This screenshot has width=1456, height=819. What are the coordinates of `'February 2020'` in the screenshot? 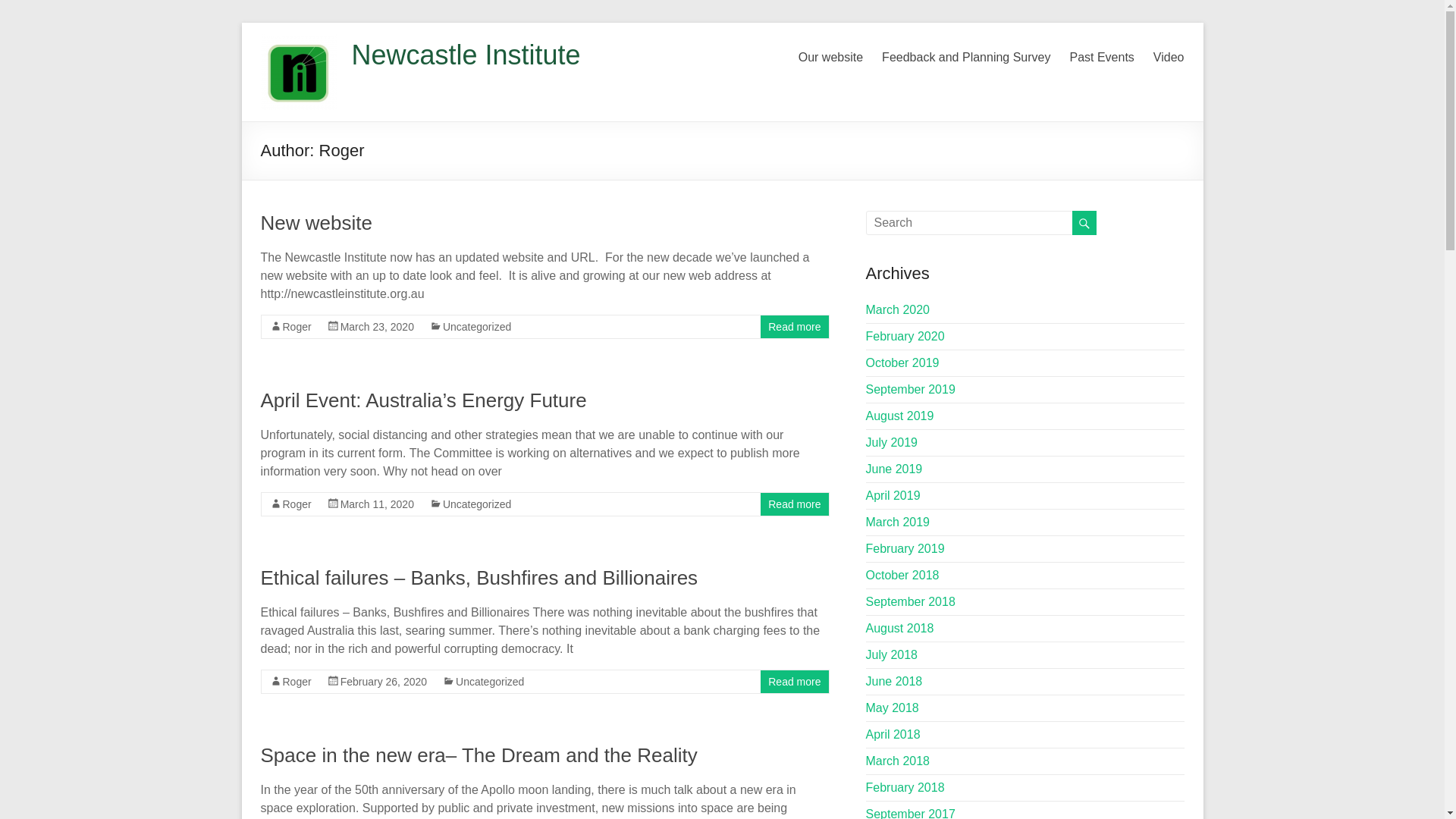 It's located at (905, 335).